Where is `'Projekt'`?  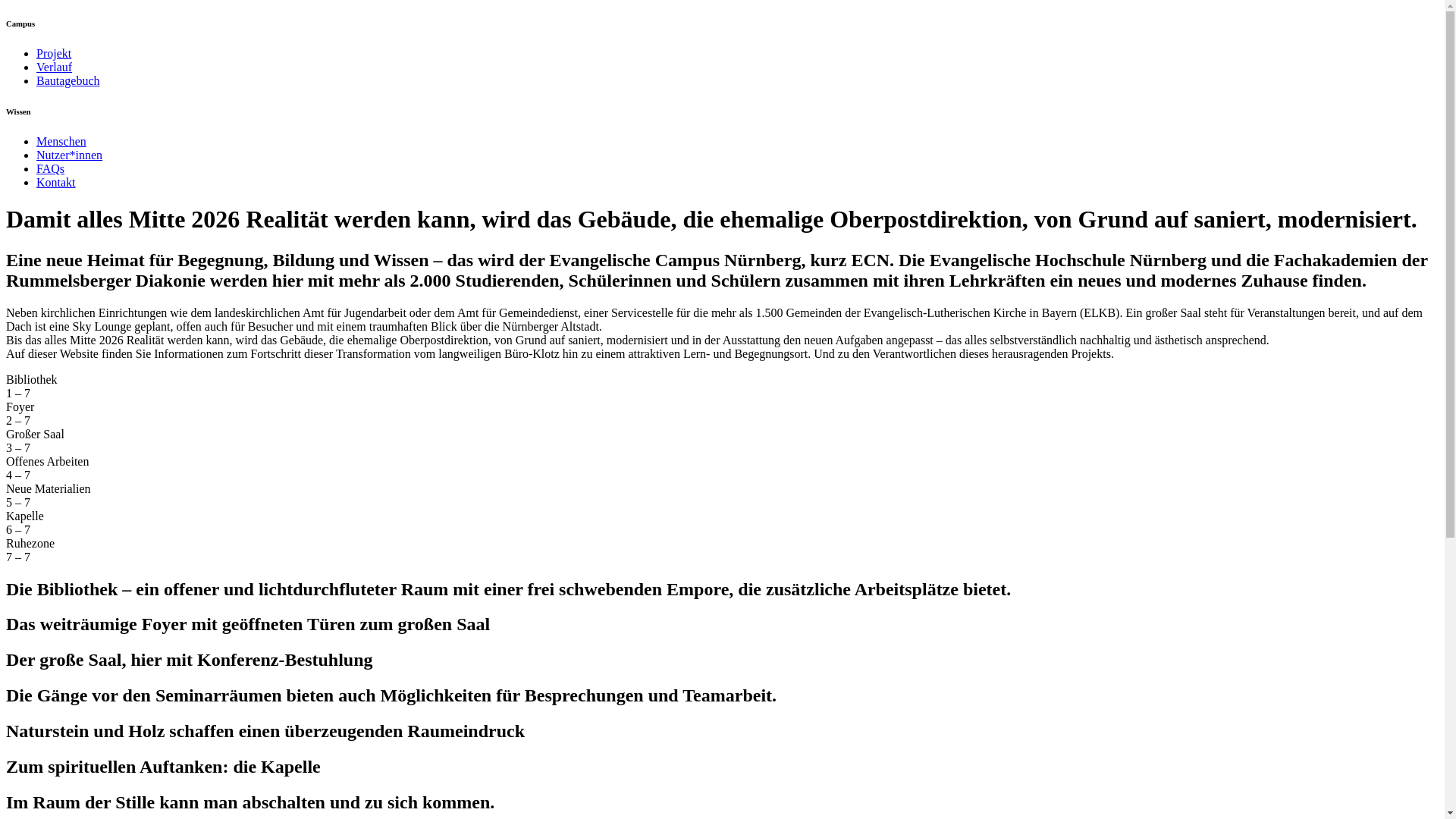
'Projekt' is located at coordinates (54, 52).